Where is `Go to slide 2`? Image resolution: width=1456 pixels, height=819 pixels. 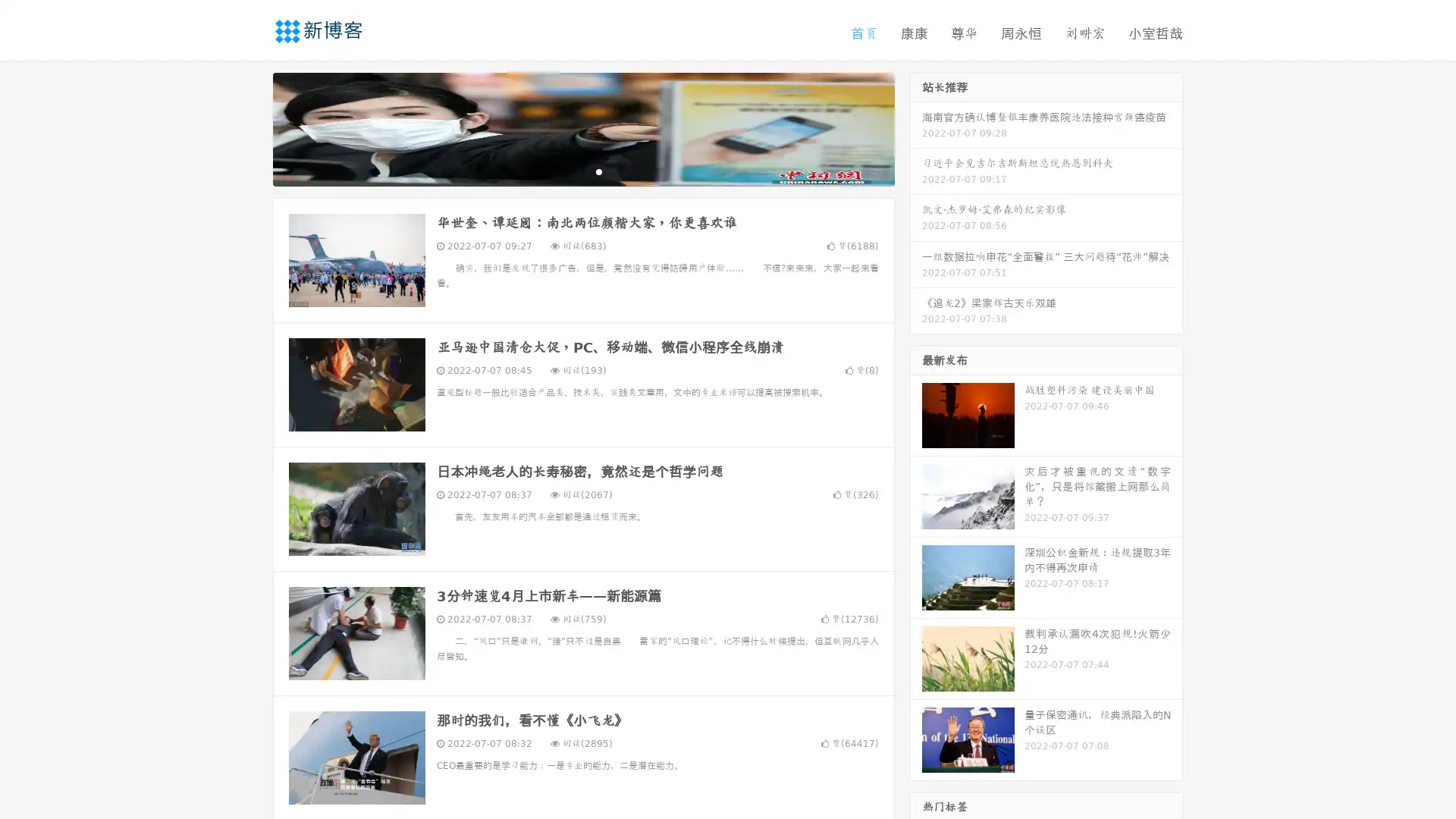 Go to slide 2 is located at coordinates (582, 171).